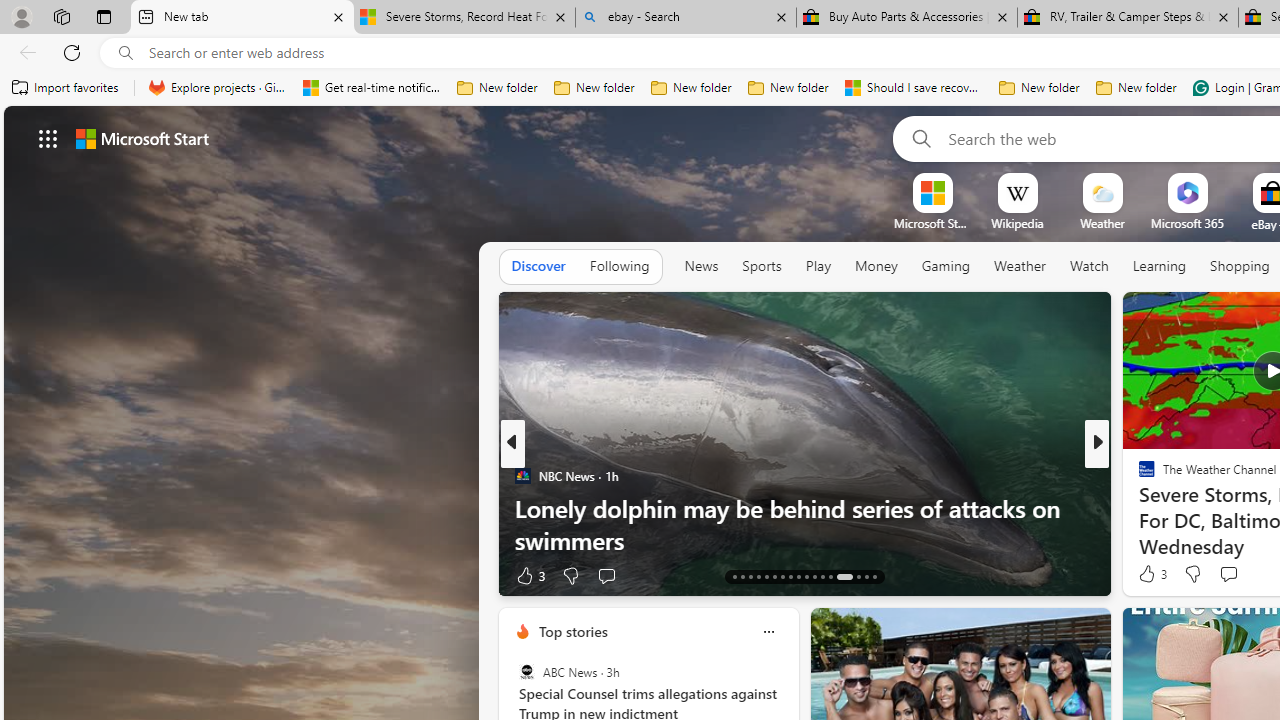 This screenshot has width=1280, height=720. What do you see at coordinates (526, 672) in the screenshot?
I see `'ABC News'` at bounding box center [526, 672].